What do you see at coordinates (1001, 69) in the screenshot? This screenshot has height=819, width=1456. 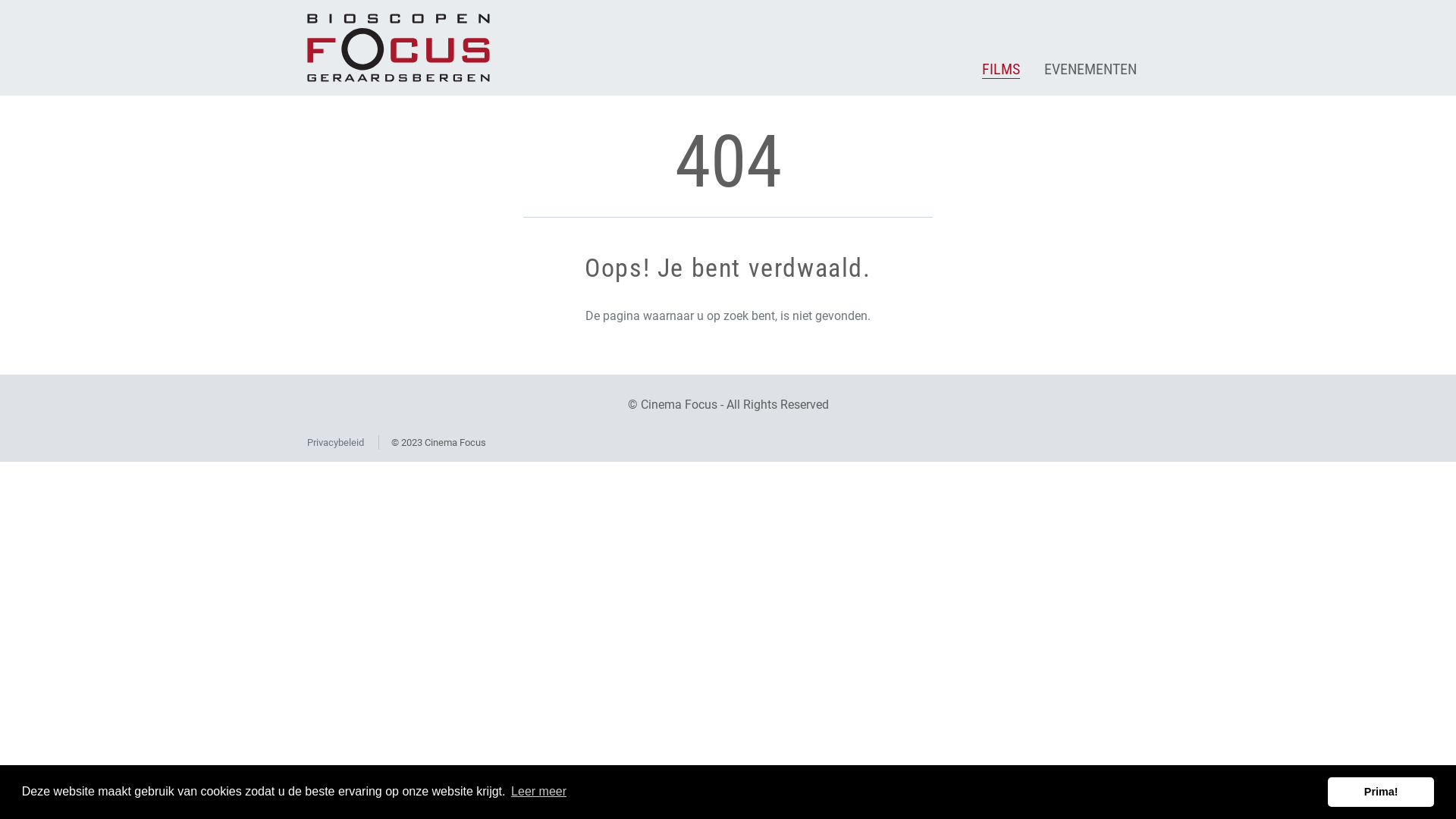 I see `'FILMS'` at bounding box center [1001, 69].